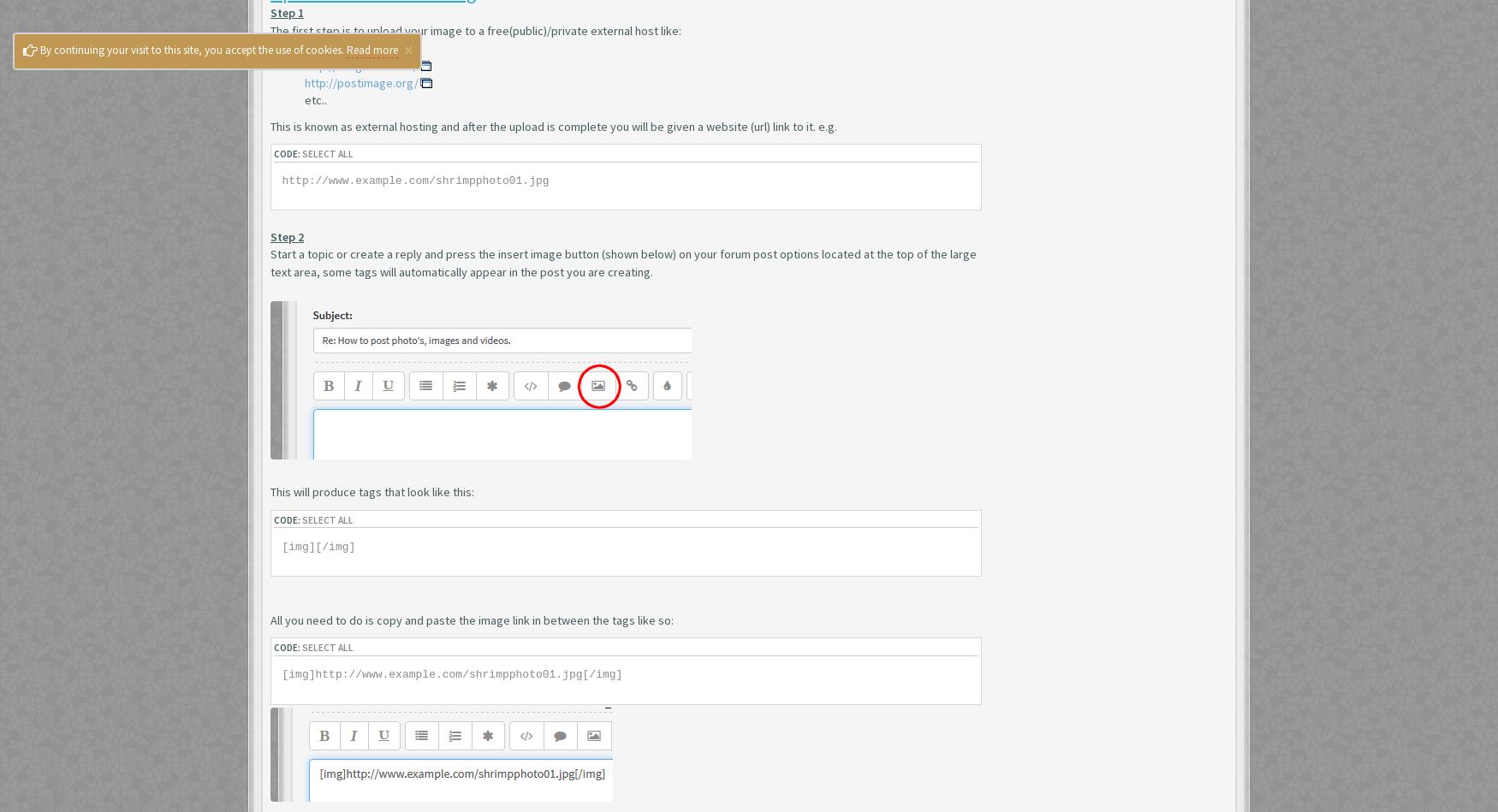  I want to click on 'This is known as external hosting and after the upload is complete you will be given a website (url) link to it. e.g.', so click(552, 126).